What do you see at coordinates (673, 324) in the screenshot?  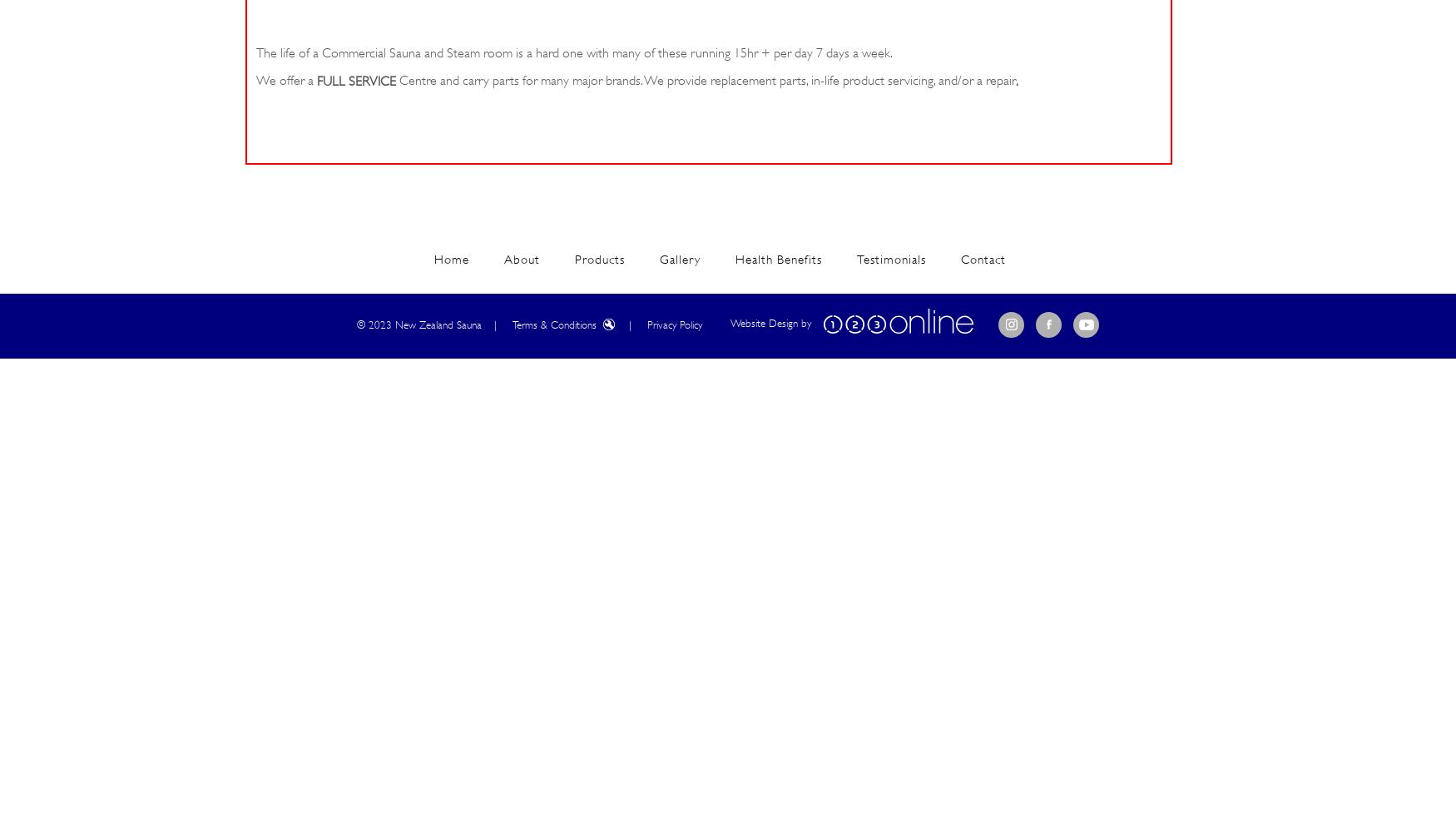 I see `'Privacy Policy'` at bounding box center [673, 324].